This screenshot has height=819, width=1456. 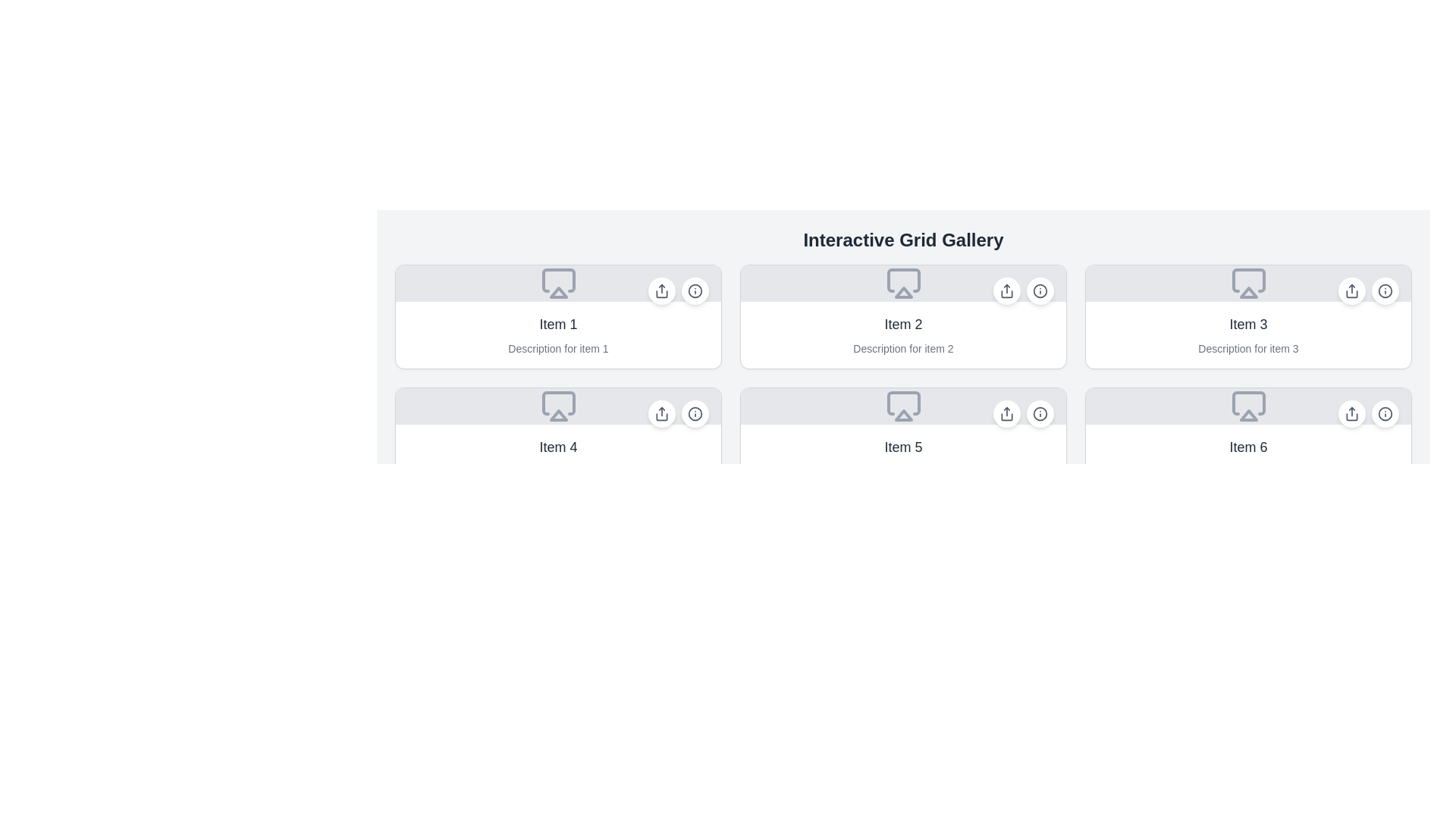 What do you see at coordinates (1351, 291) in the screenshot?
I see `the share/upload icon button located in the top-right corner of the card labeled 'Item 3'` at bounding box center [1351, 291].